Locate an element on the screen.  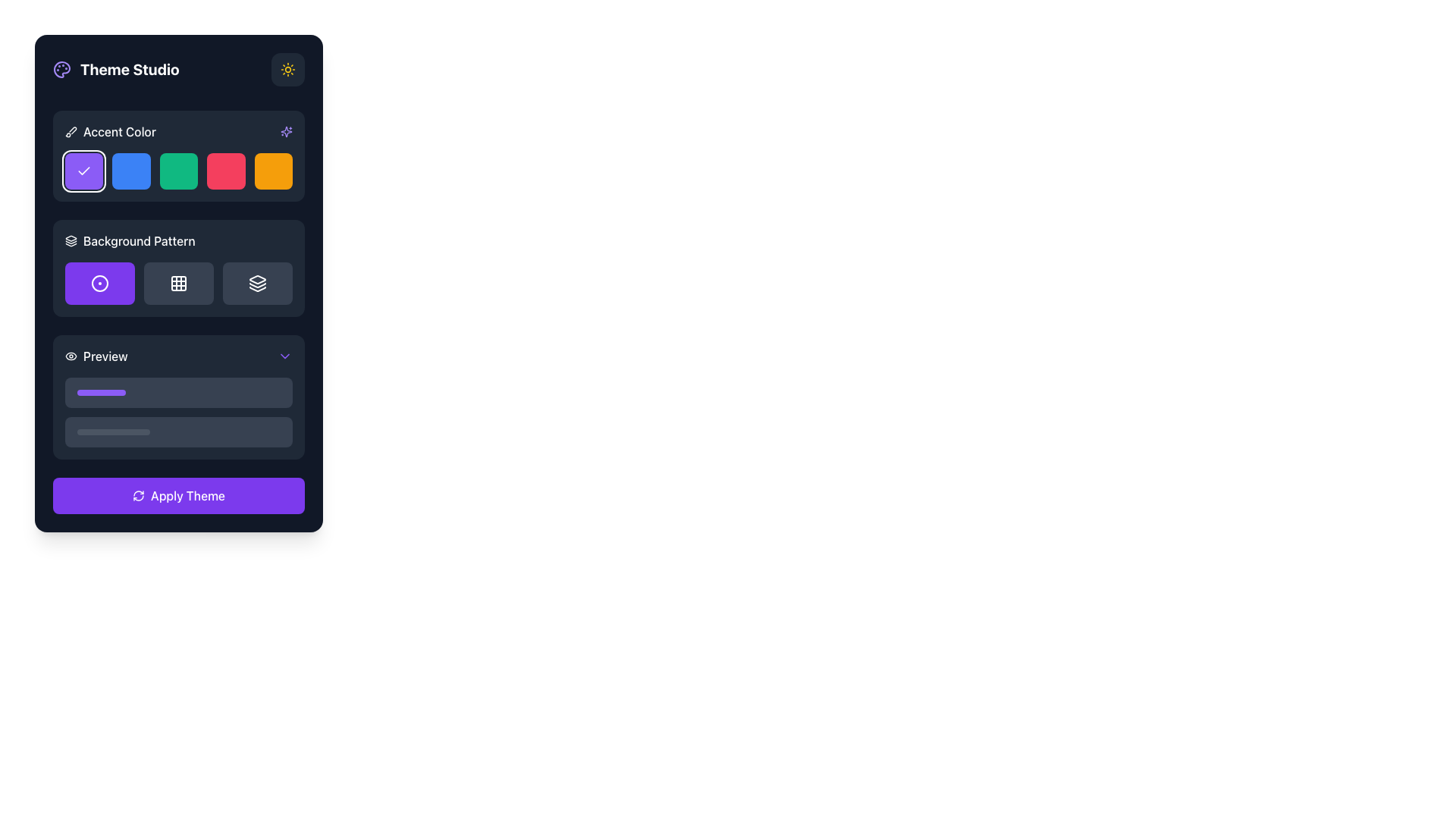
the refresh icon within the 'Apply Theme' button, which is located near the bottom of the interface is located at coordinates (138, 496).